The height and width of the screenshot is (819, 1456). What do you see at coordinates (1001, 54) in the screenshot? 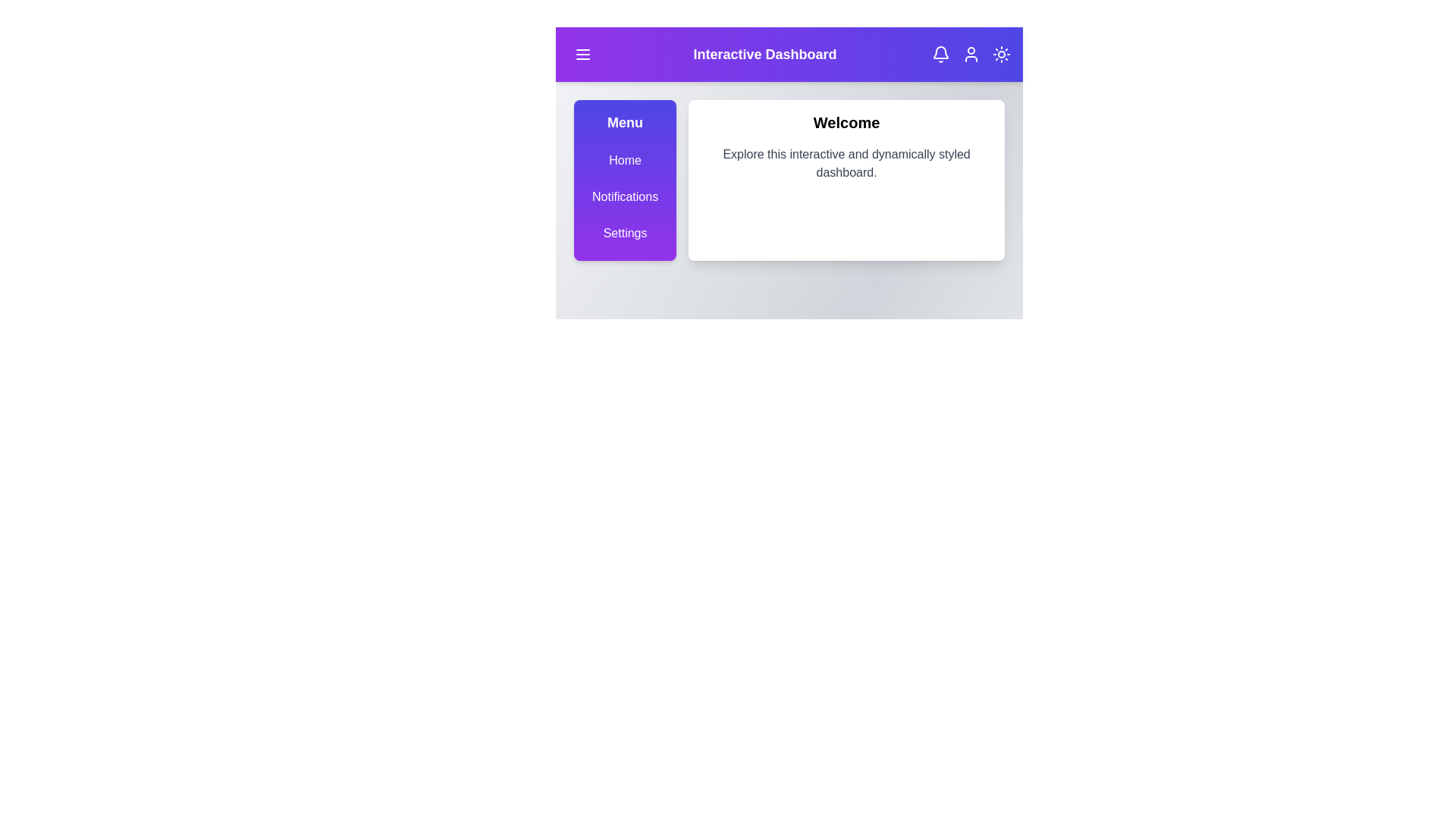
I see `the sun icon to switch themes or modes` at bounding box center [1001, 54].